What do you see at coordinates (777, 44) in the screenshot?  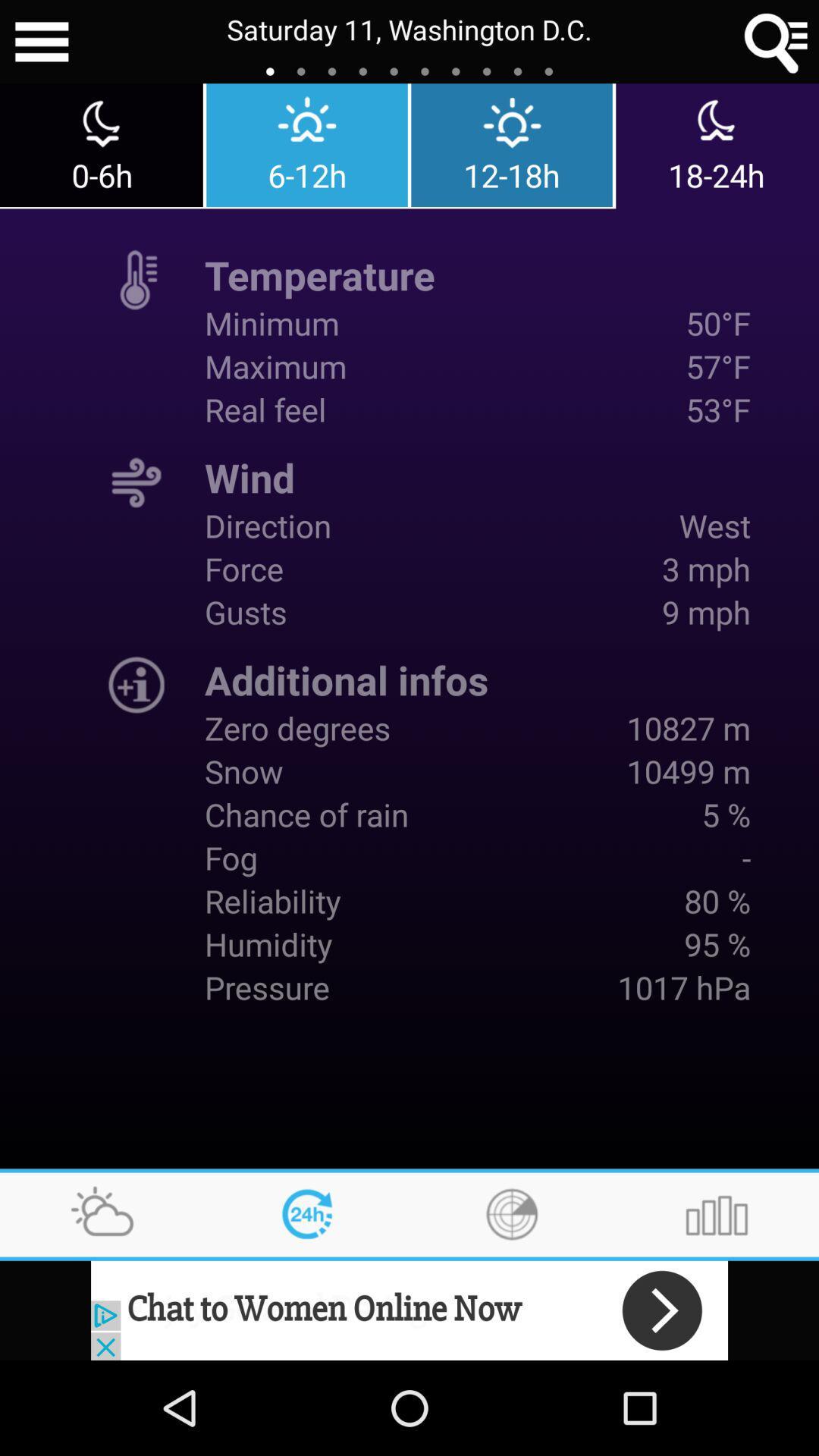 I see `the search icon` at bounding box center [777, 44].